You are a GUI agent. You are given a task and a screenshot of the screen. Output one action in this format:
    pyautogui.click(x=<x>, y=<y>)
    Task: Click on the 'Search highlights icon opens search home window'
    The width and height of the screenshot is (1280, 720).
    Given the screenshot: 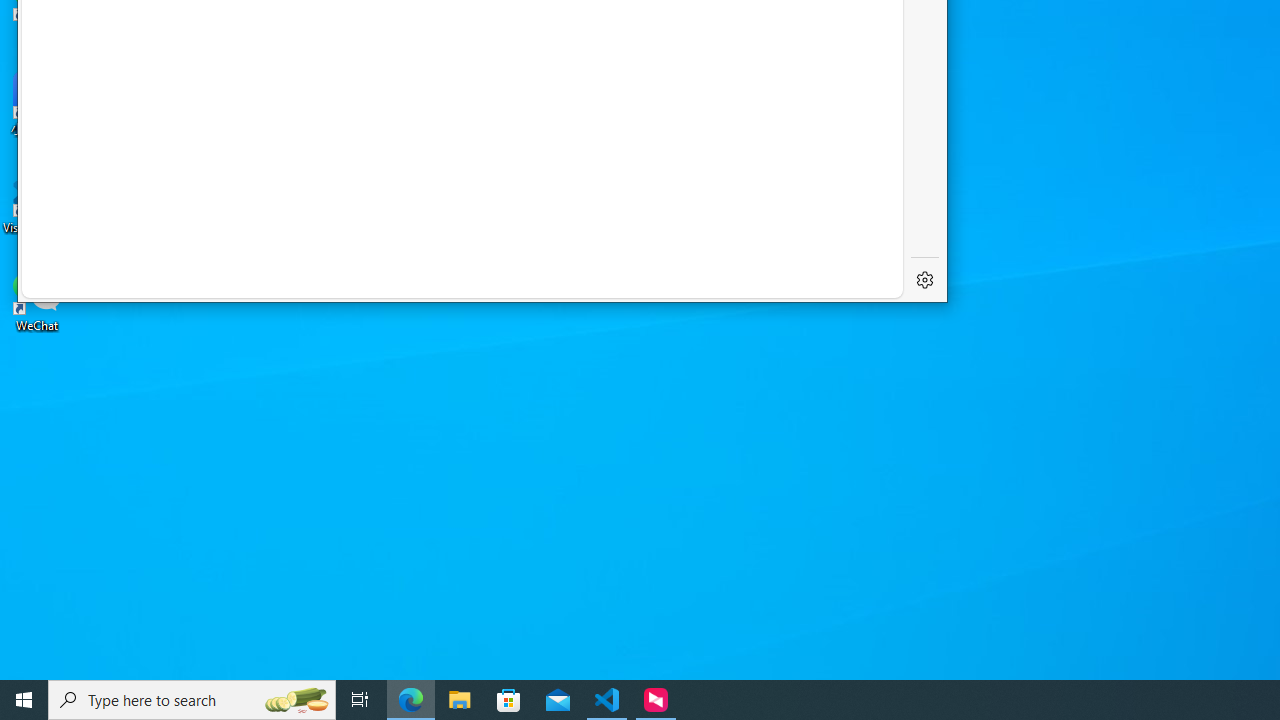 What is the action you would take?
    pyautogui.click(x=294, y=698)
    